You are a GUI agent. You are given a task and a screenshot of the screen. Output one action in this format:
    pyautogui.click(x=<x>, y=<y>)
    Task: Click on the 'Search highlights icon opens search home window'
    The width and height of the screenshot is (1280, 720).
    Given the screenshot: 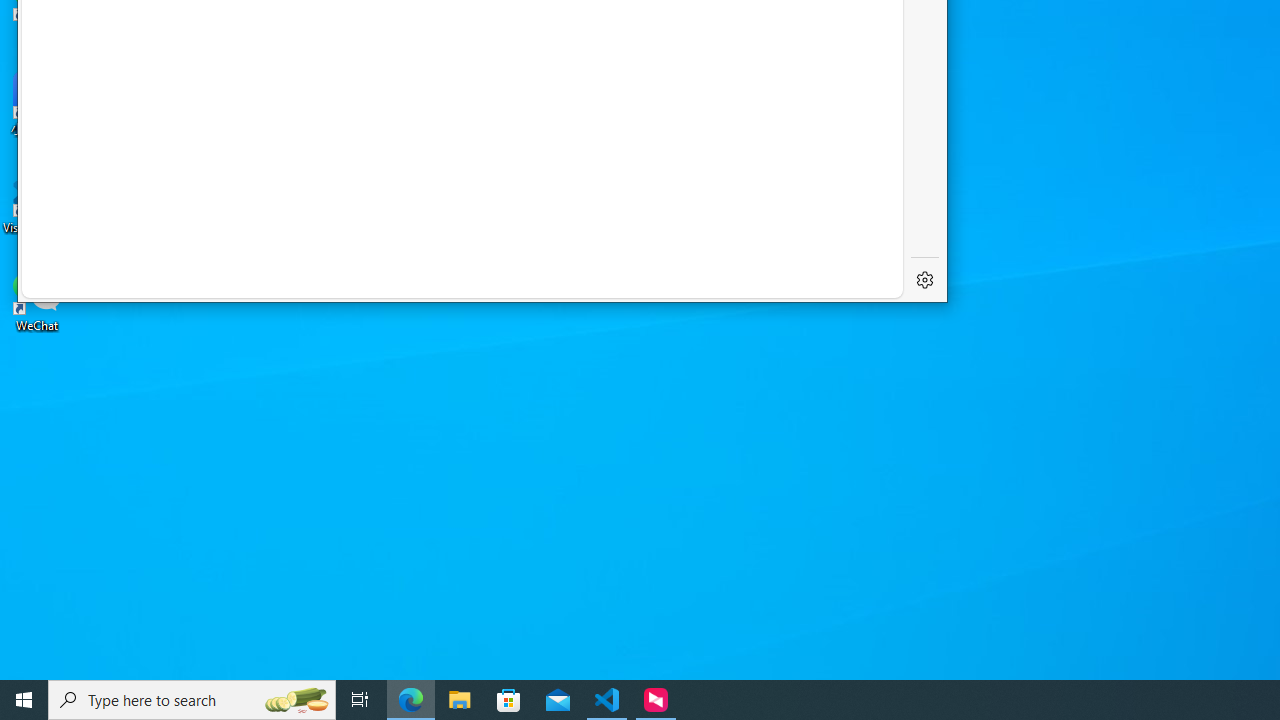 What is the action you would take?
    pyautogui.click(x=294, y=698)
    